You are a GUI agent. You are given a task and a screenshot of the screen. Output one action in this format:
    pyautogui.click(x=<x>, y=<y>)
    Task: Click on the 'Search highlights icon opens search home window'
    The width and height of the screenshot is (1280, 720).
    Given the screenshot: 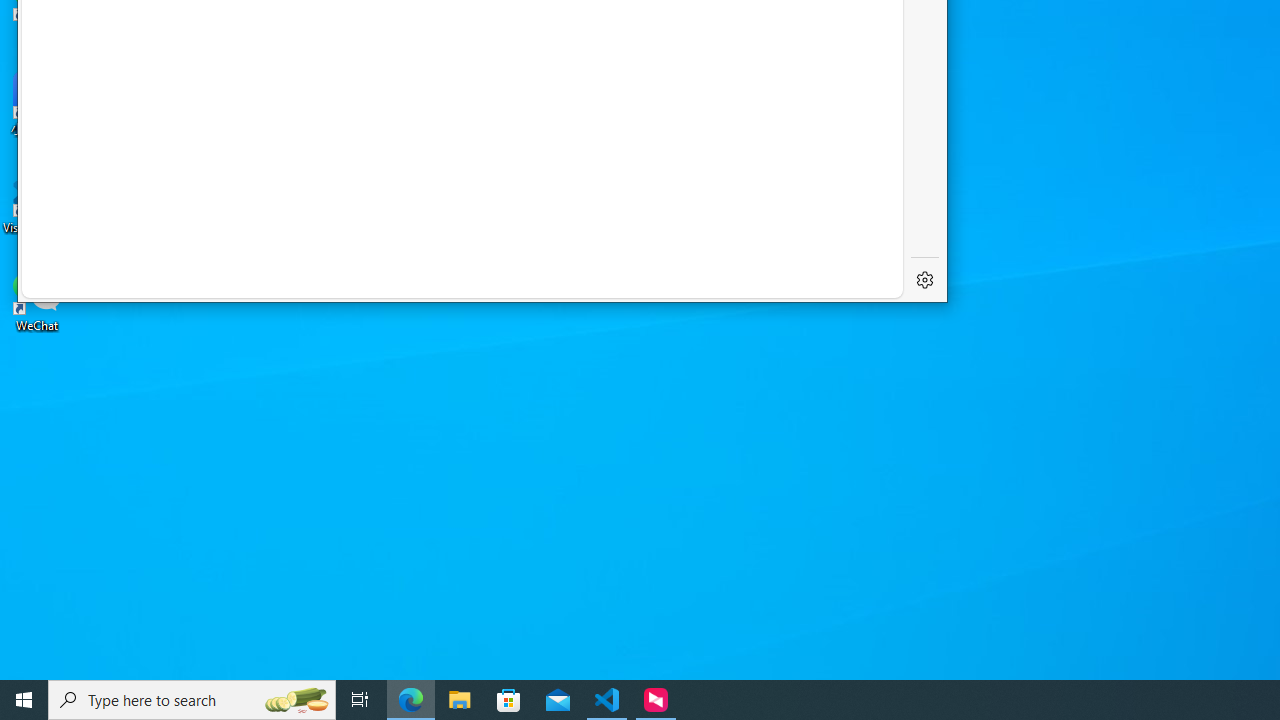 What is the action you would take?
    pyautogui.click(x=294, y=698)
    